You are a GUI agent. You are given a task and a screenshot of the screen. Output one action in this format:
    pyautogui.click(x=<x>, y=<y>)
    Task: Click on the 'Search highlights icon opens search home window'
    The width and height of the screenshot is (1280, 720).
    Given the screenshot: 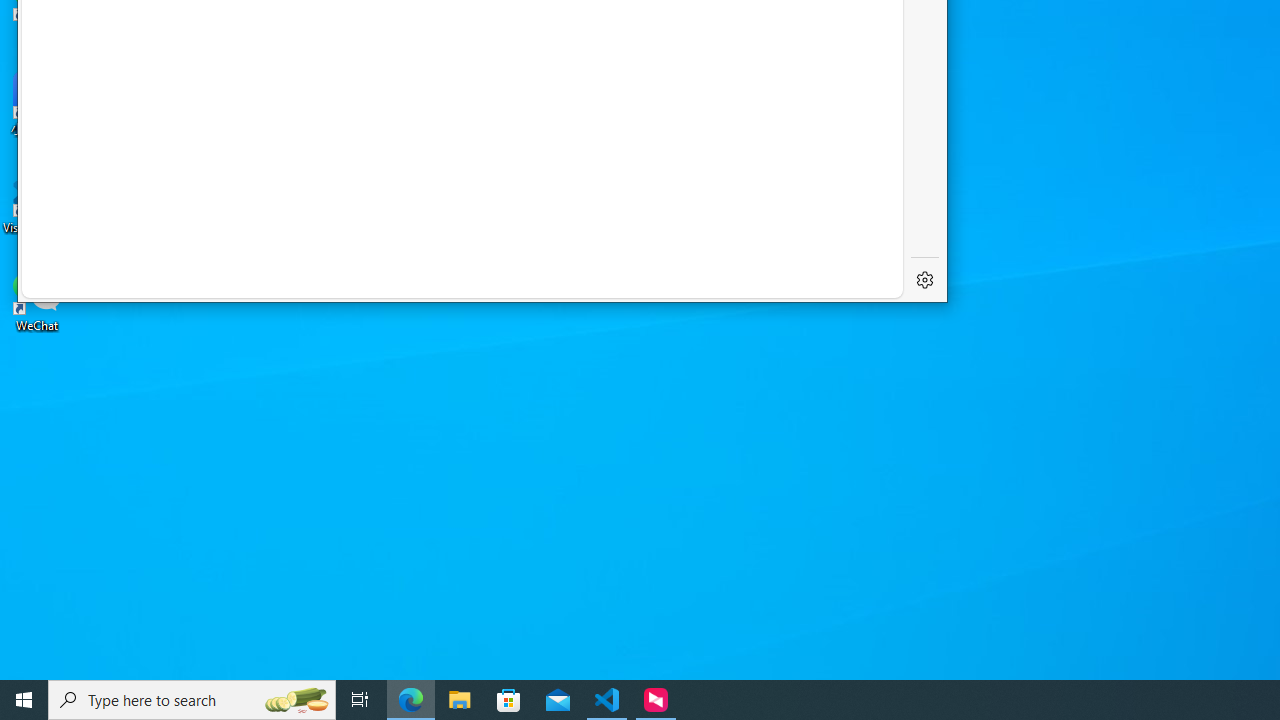 What is the action you would take?
    pyautogui.click(x=294, y=698)
    